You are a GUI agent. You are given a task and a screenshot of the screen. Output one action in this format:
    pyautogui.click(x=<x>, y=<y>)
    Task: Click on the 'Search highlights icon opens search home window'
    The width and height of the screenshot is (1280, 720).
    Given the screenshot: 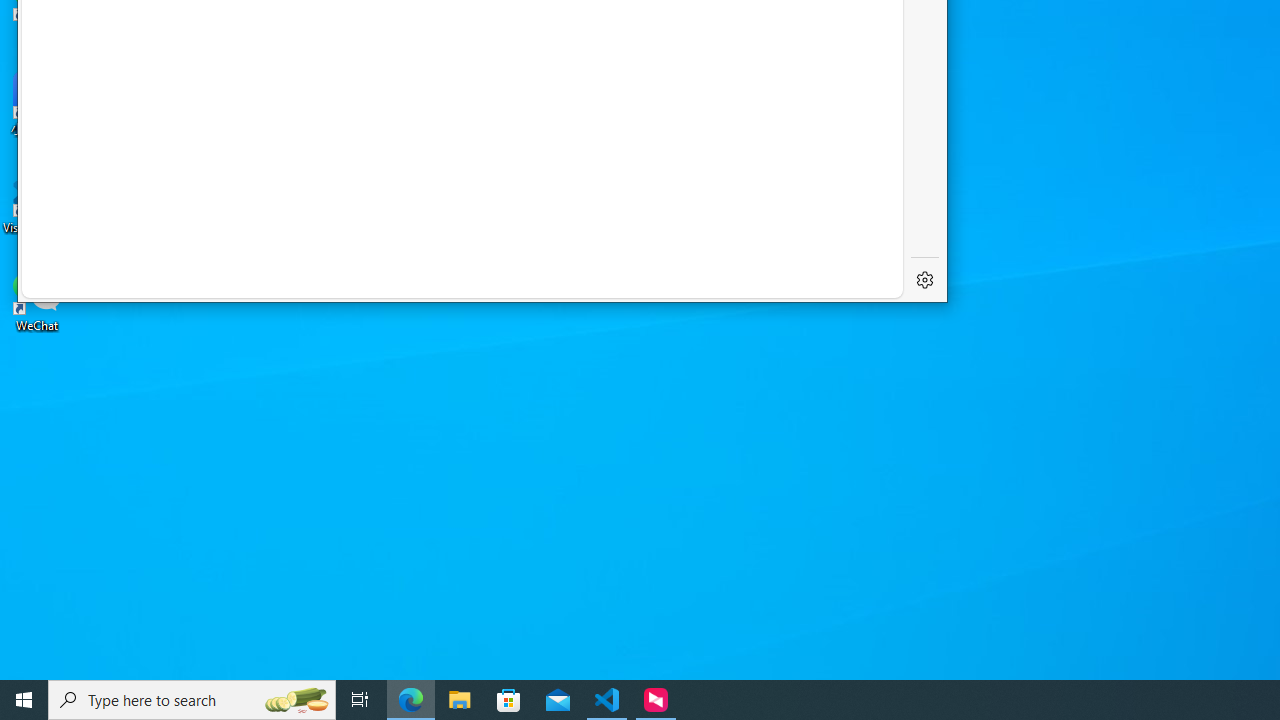 What is the action you would take?
    pyautogui.click(x=294, y=698)
    